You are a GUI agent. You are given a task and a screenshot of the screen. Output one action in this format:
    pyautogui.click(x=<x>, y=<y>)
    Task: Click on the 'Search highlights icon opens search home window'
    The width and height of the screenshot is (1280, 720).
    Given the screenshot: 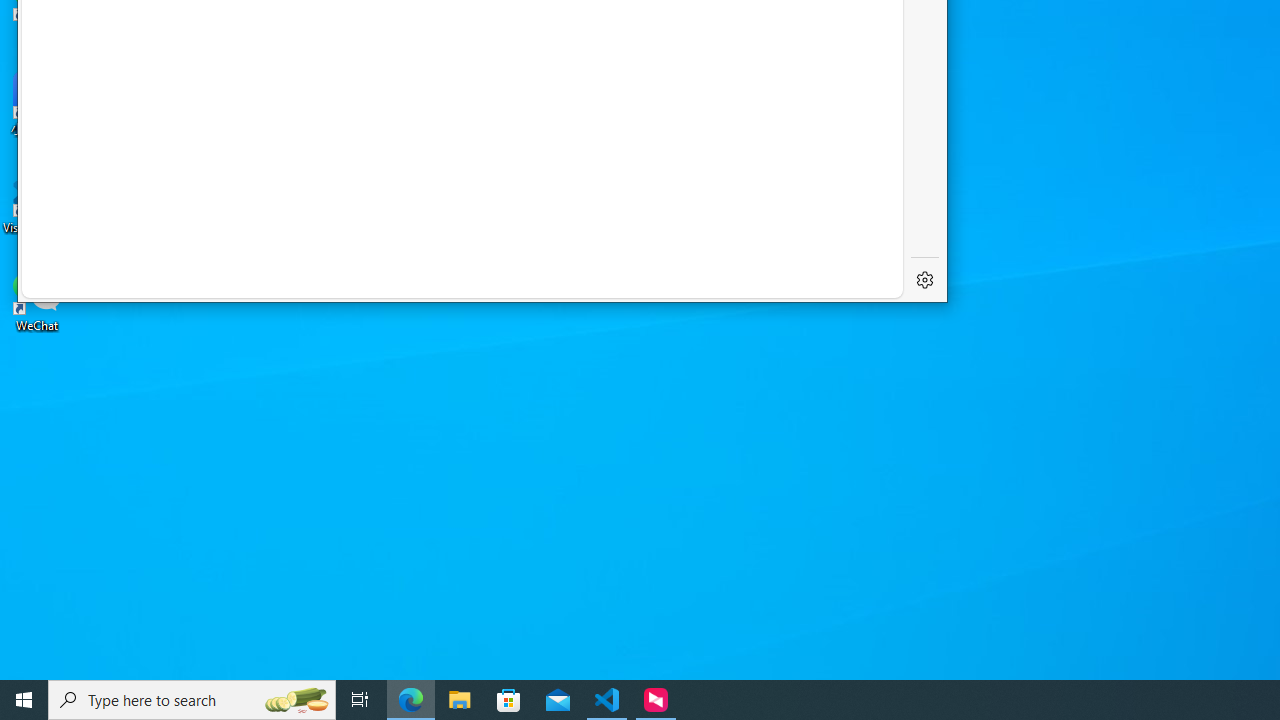 What is the action you would take?
    pyautogui.click(x=294, y=698)
    